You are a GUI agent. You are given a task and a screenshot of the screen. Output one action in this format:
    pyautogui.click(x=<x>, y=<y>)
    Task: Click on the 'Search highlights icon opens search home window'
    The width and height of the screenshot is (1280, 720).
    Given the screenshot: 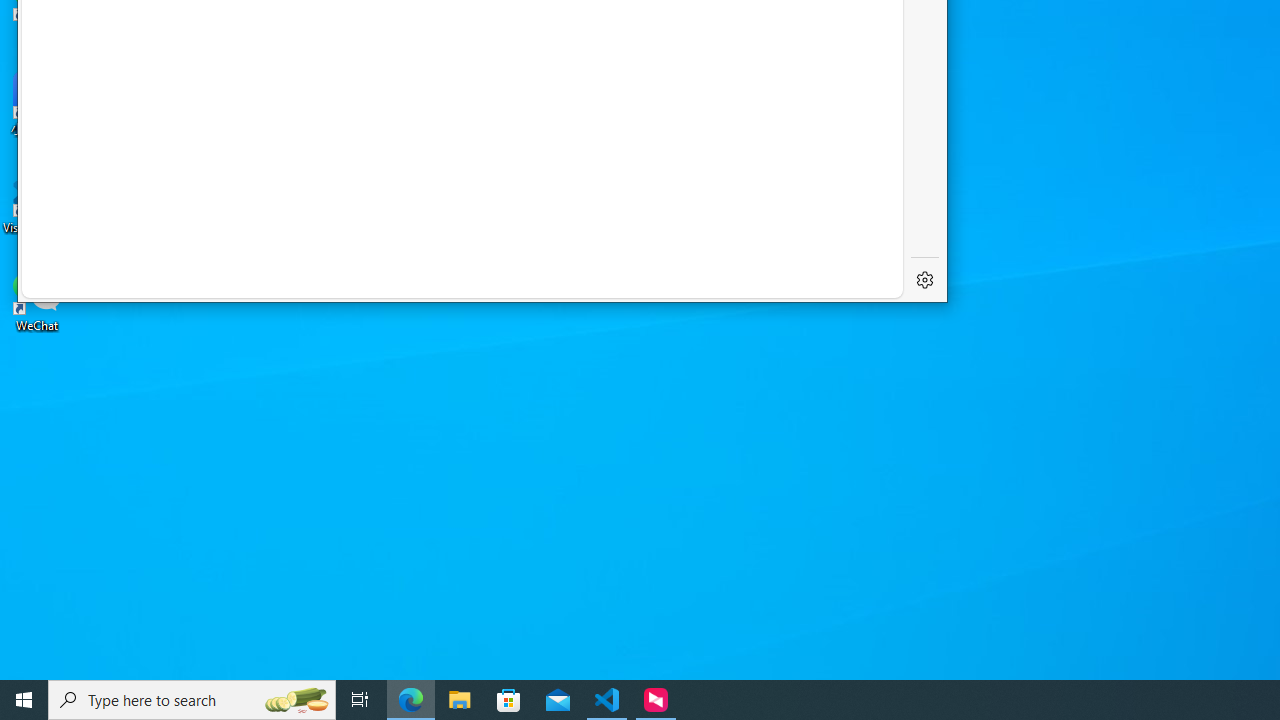 What is the action you would take?
    pyautogui.click(x=294, y=698)
    